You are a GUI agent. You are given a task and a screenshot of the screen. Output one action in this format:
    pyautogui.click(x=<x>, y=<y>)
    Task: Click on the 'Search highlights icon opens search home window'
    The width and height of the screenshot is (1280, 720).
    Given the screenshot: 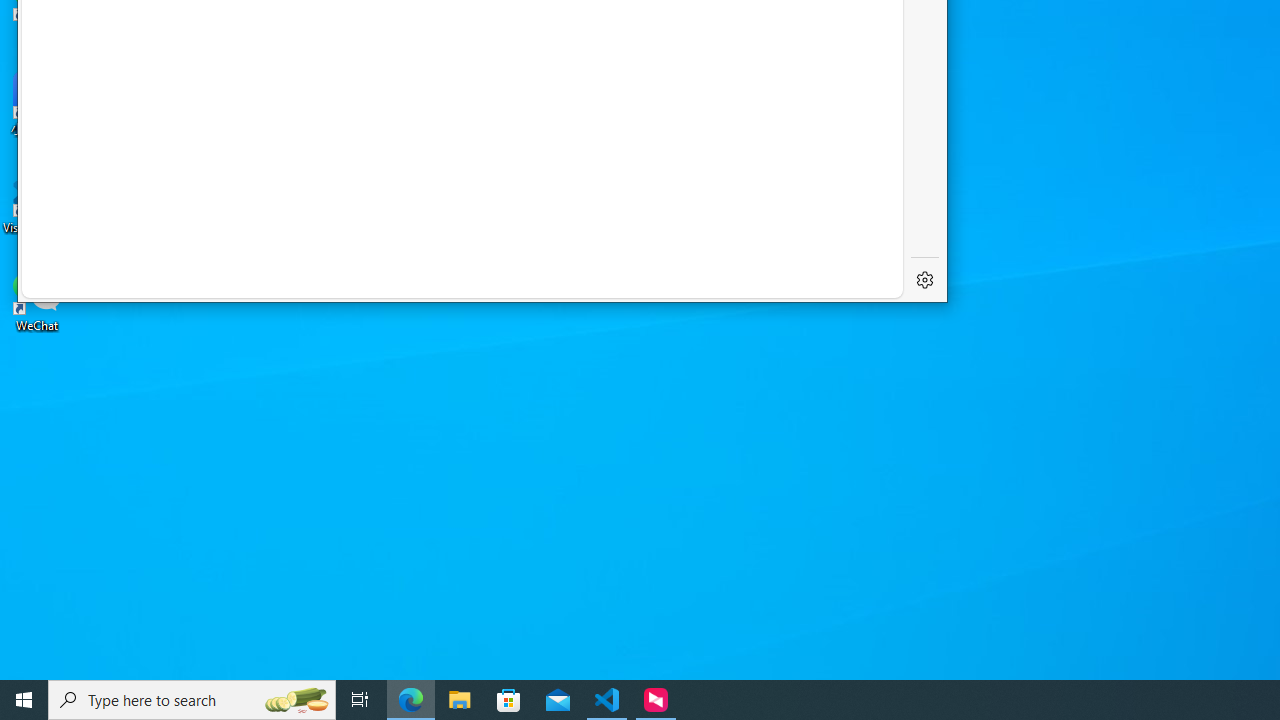 What is the action you would take?
    pyautogui.click(x=294, y=698)
    